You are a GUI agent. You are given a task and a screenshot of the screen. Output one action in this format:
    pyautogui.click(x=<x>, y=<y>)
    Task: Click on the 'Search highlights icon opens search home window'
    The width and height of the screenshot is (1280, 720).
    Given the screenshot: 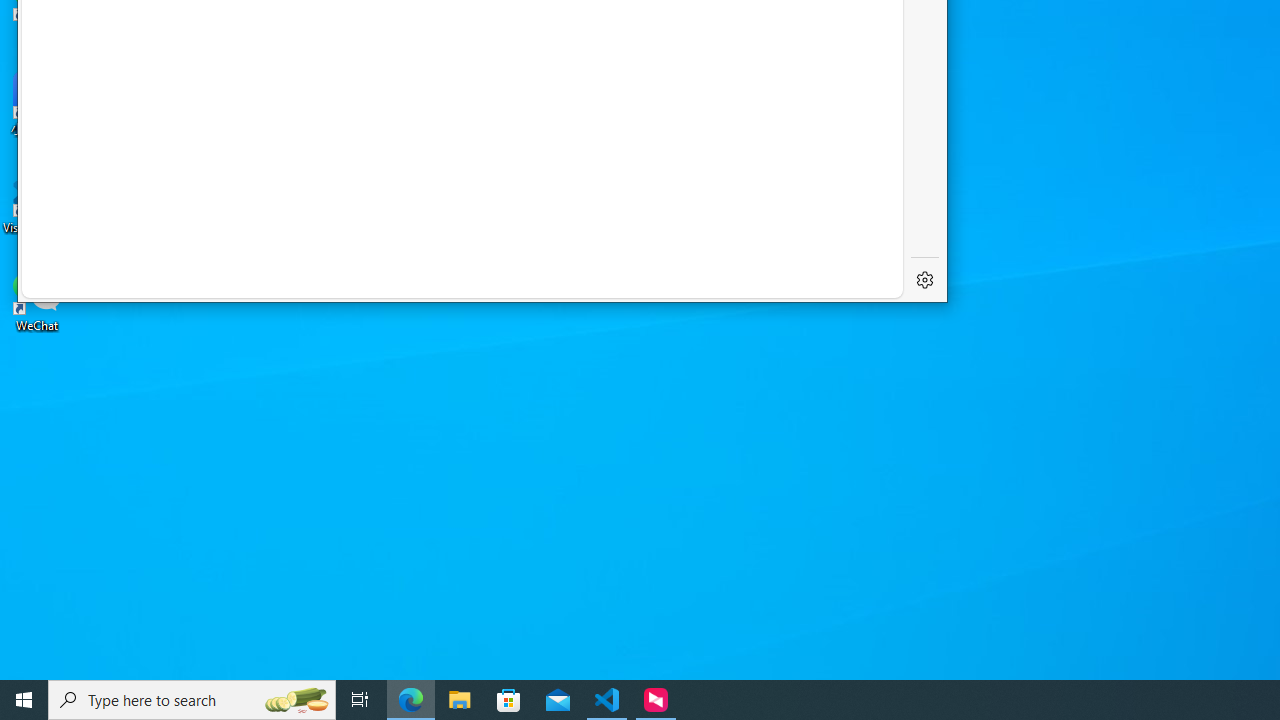 What is the action you would take?
    pyautogui.click(x=294, y=698)
    